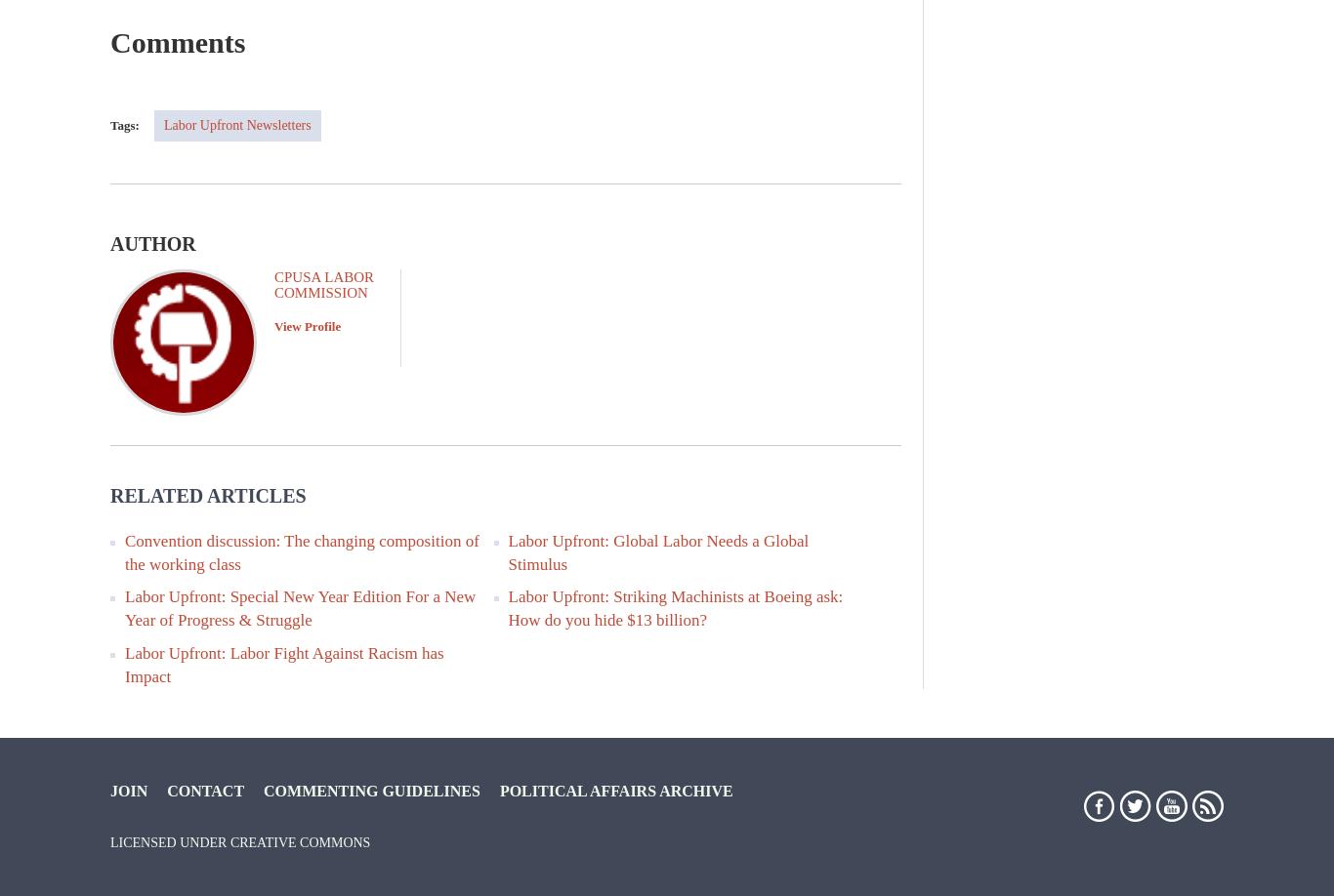  I want to click on 'CPUSA Labor Commission', so click(273, 282).